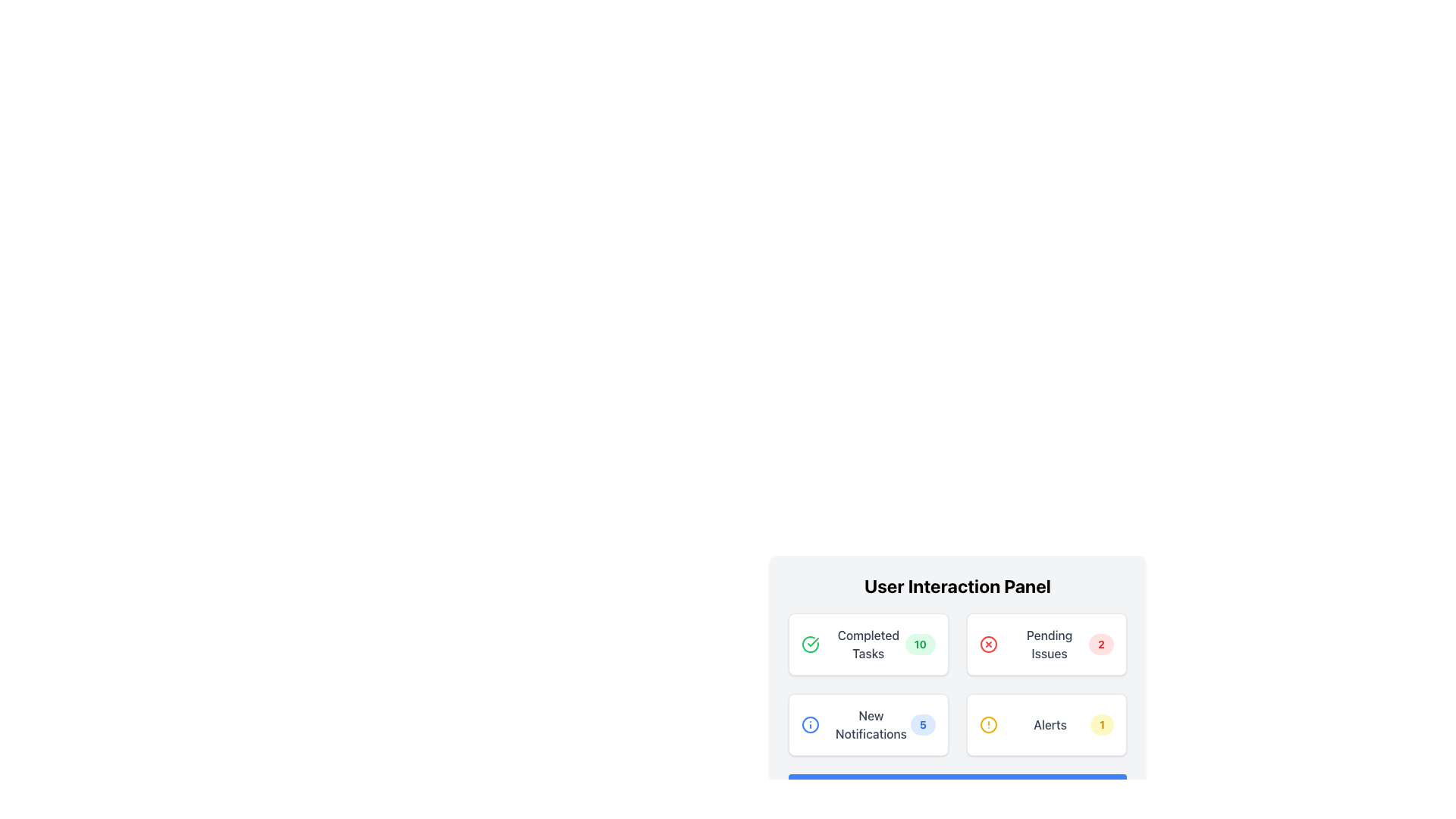 This screenshot has height=819, width=1456. Describe the element at coordinates (919, 644) in the screenshot. I see `the green badge displaying the number '10' in the 'Completed Tasks' section of the 'User Interaction Panel'` at that location.